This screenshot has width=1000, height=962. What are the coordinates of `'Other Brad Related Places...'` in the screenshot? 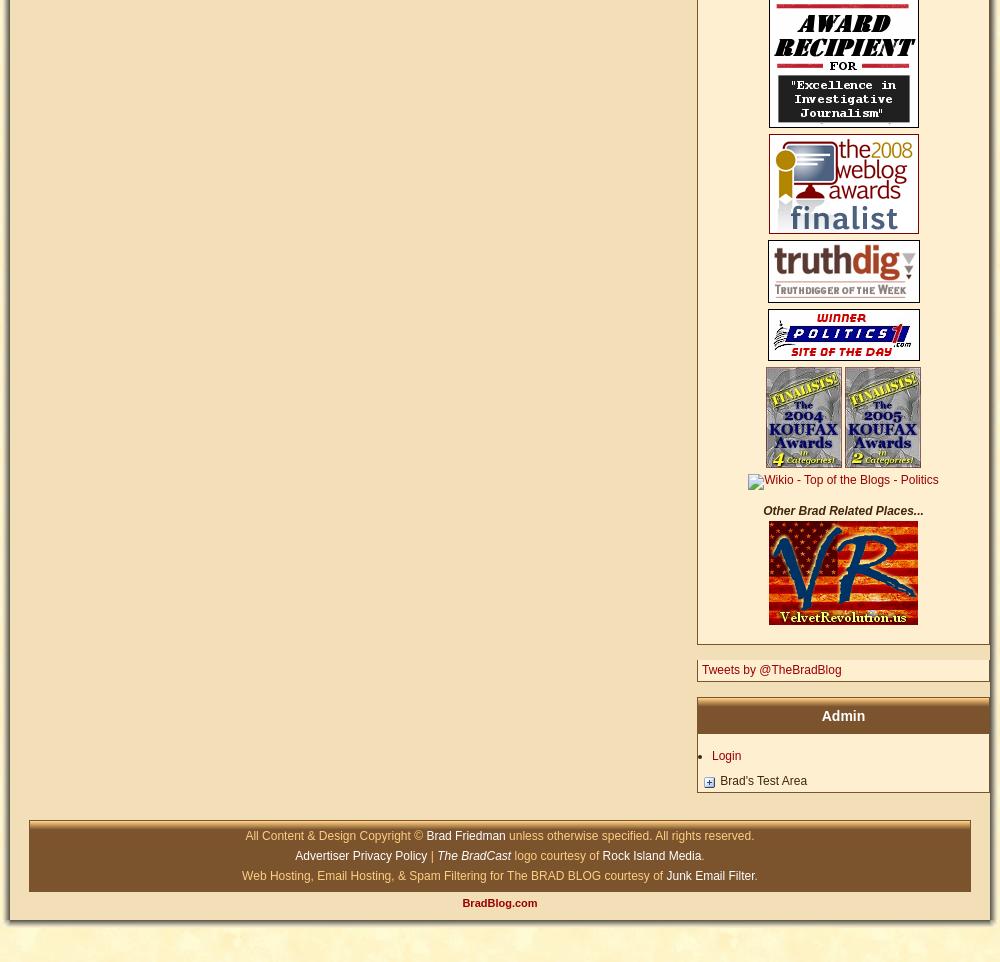 It's located at (842, 510).